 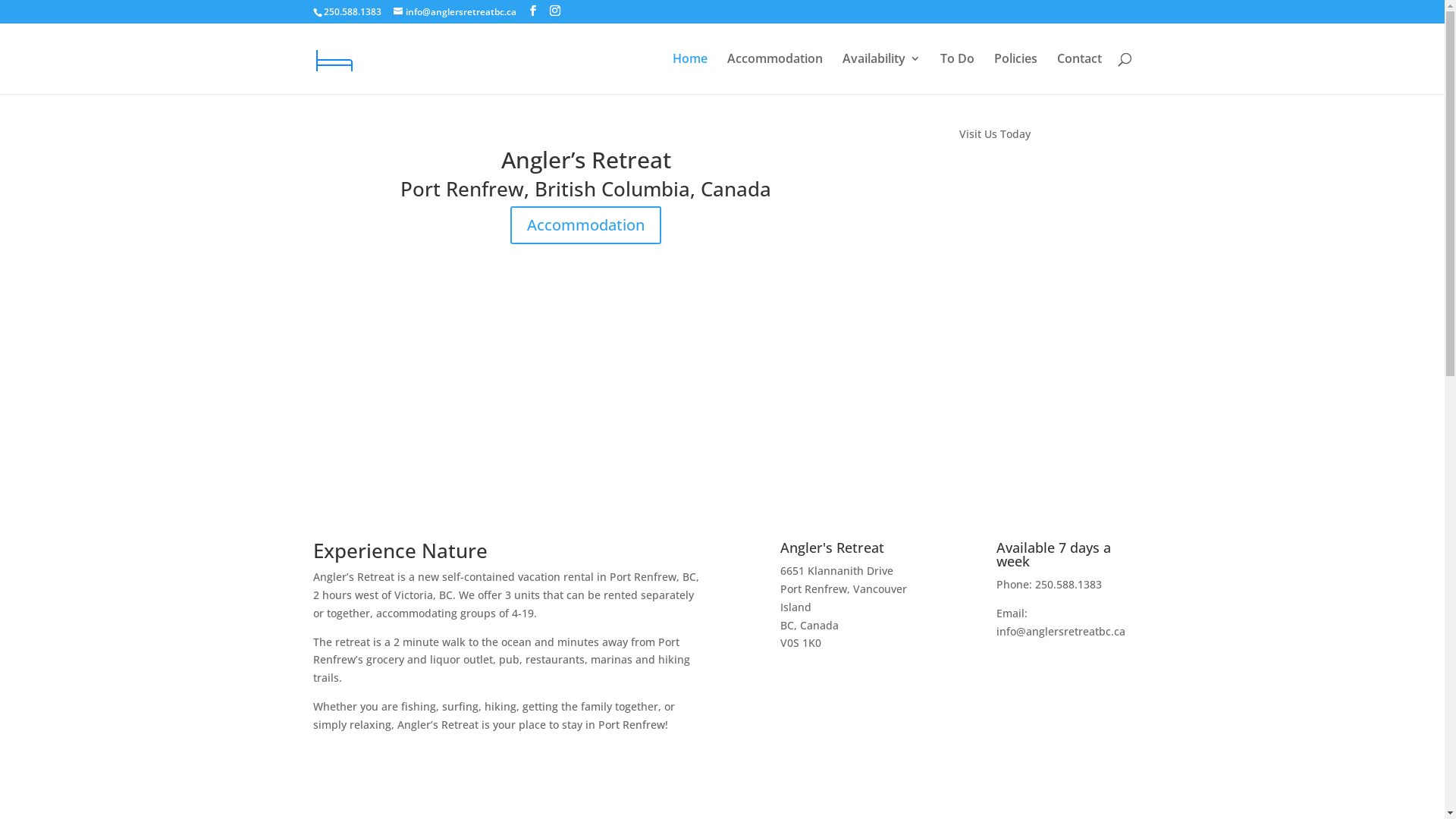 I want to click on 'Accommodation', so click(x=585, y=225).